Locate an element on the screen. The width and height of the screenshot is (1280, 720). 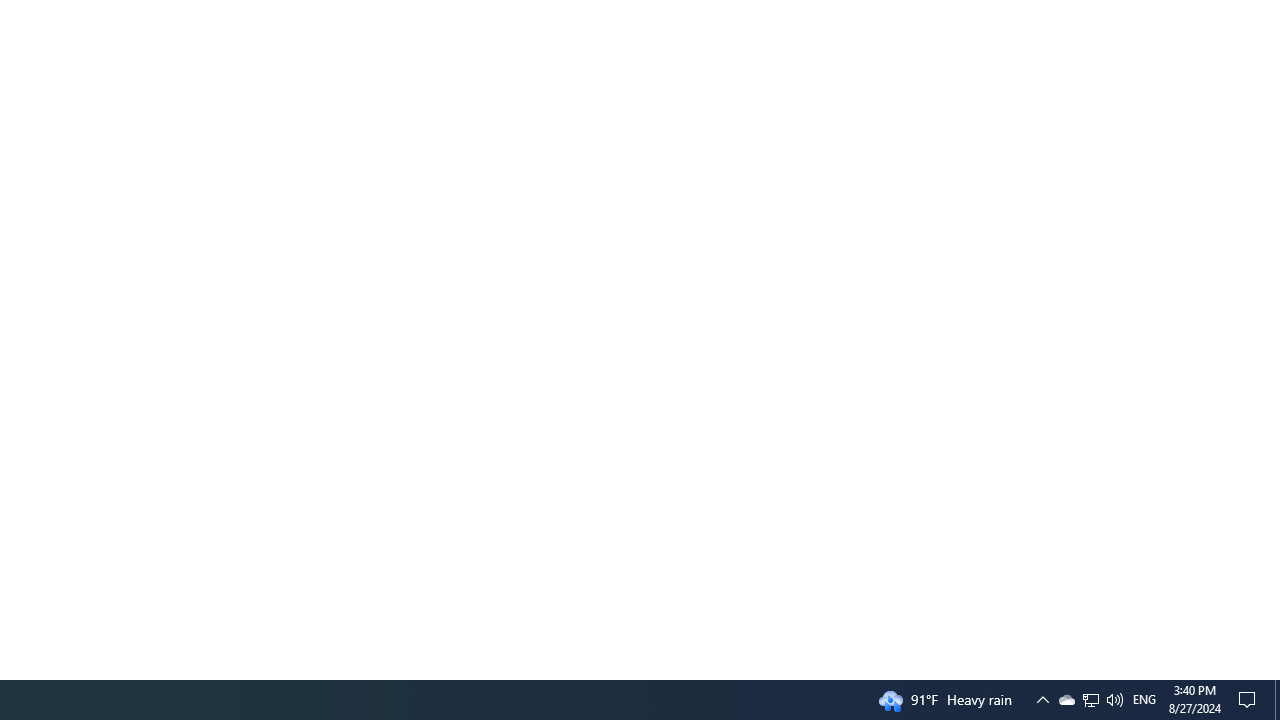
'Tray Input Indicator - English (United States)' is located at coordinates (1090, 698).